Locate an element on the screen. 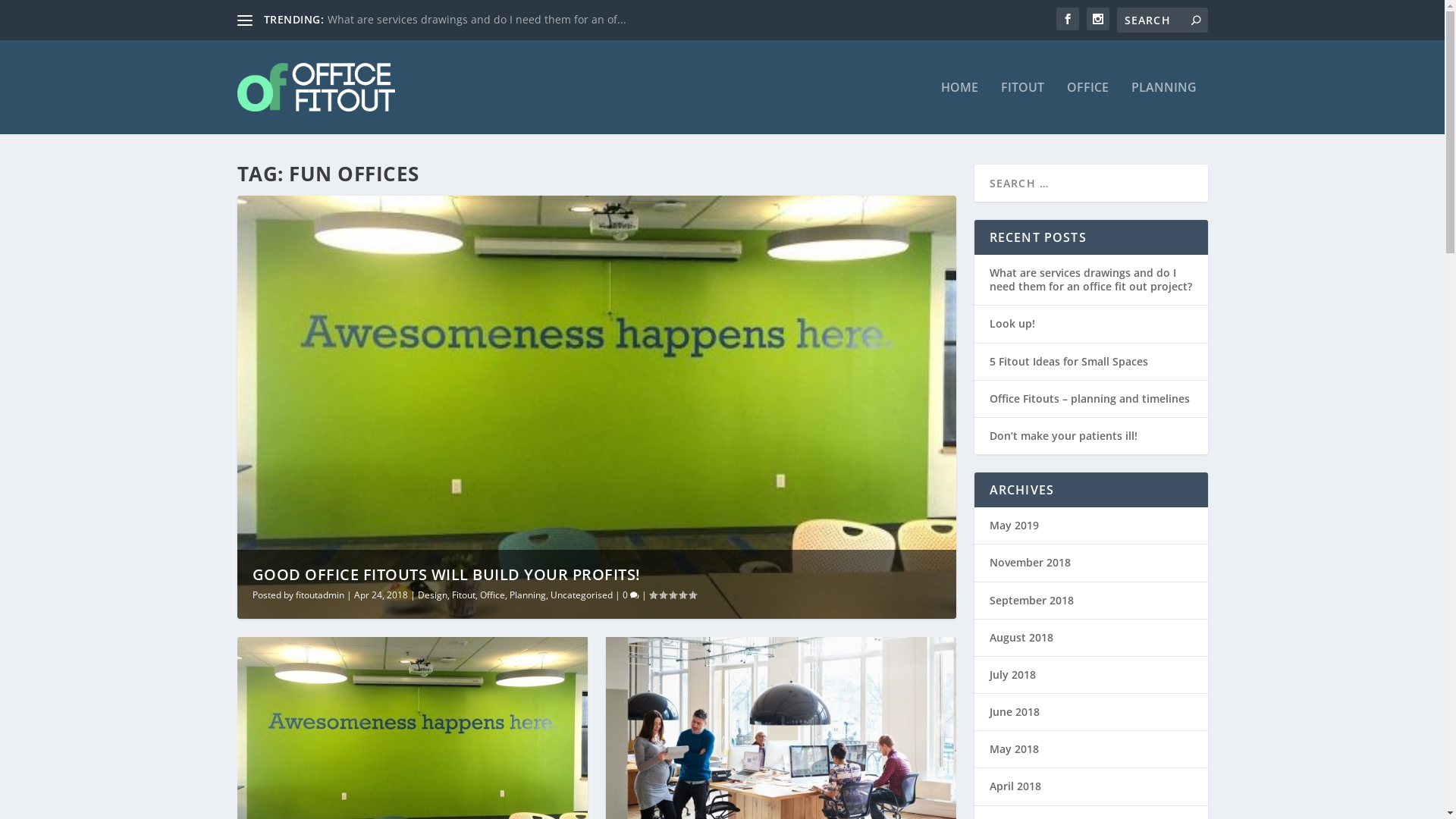 The height and width of the screenshot is (819, 1456). 'GOOD OFFICE FITOUTS WILL BUILD YOUR PROFITS!' is located at coordinates (251, 574).